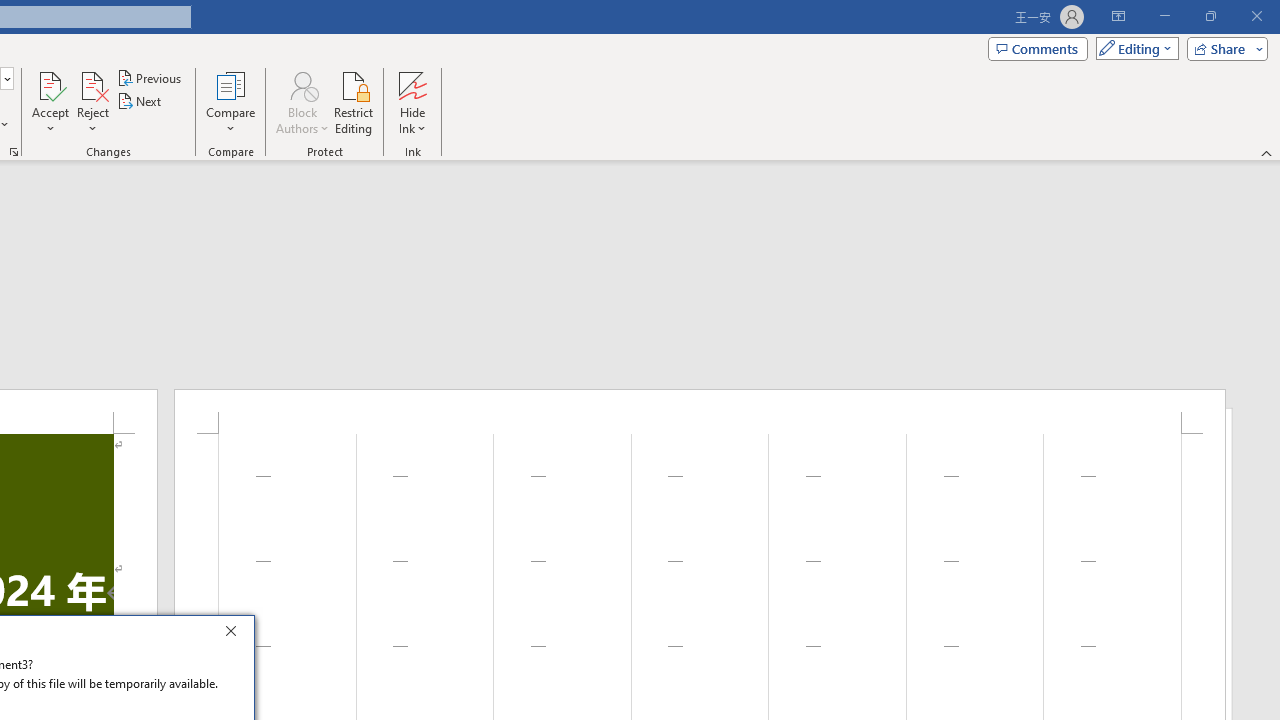 The width and height of the screenshot is (1280, 720). What do you see at coordinates (150, 77) in the screenshot?
I see `'Previous'` at bounding box center [150, 77].